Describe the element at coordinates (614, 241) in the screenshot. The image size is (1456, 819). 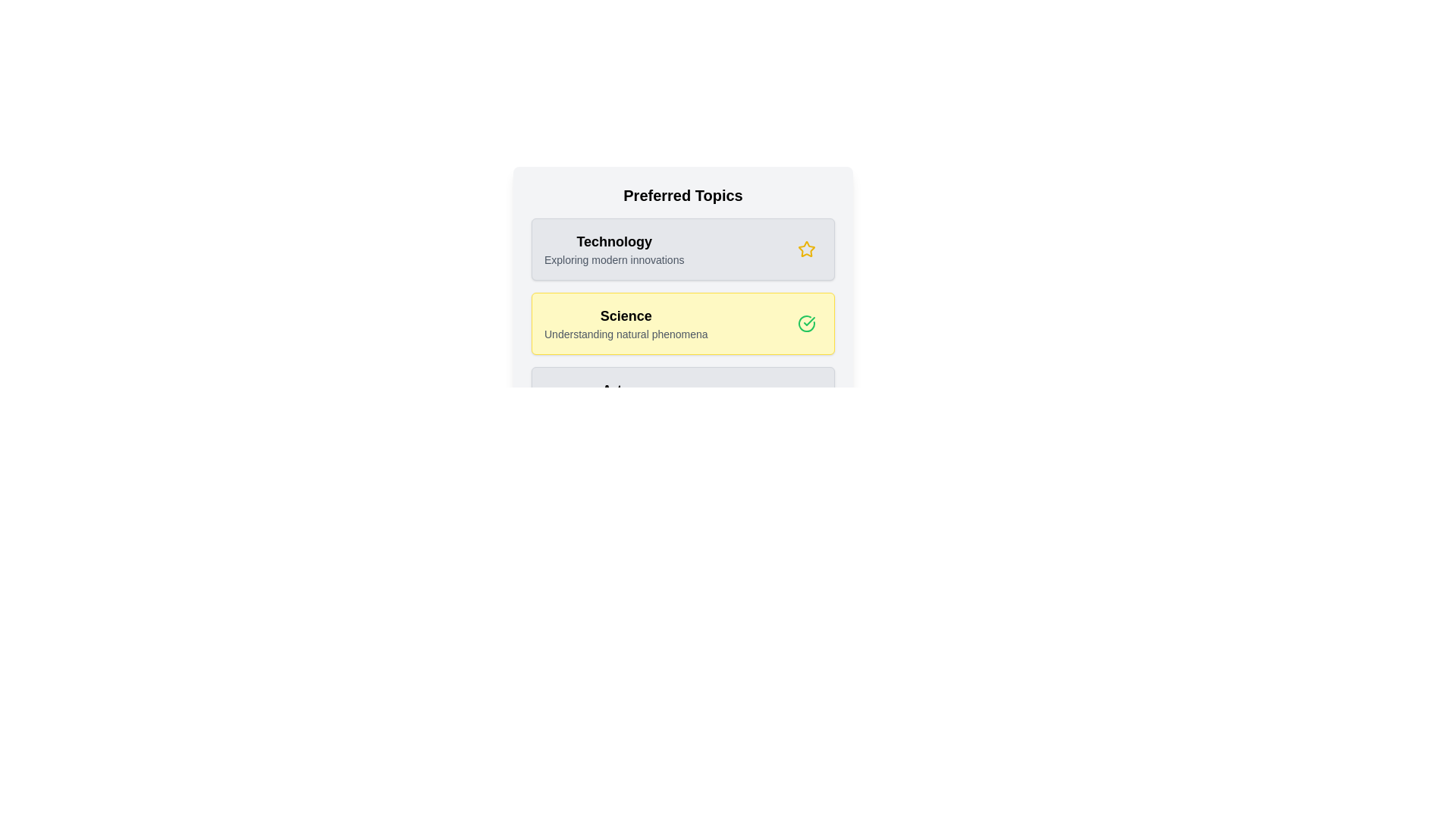
I see `the topic name to highlight or focus on it. Use the parameter Technology to specify the topic to interact with` at that location.